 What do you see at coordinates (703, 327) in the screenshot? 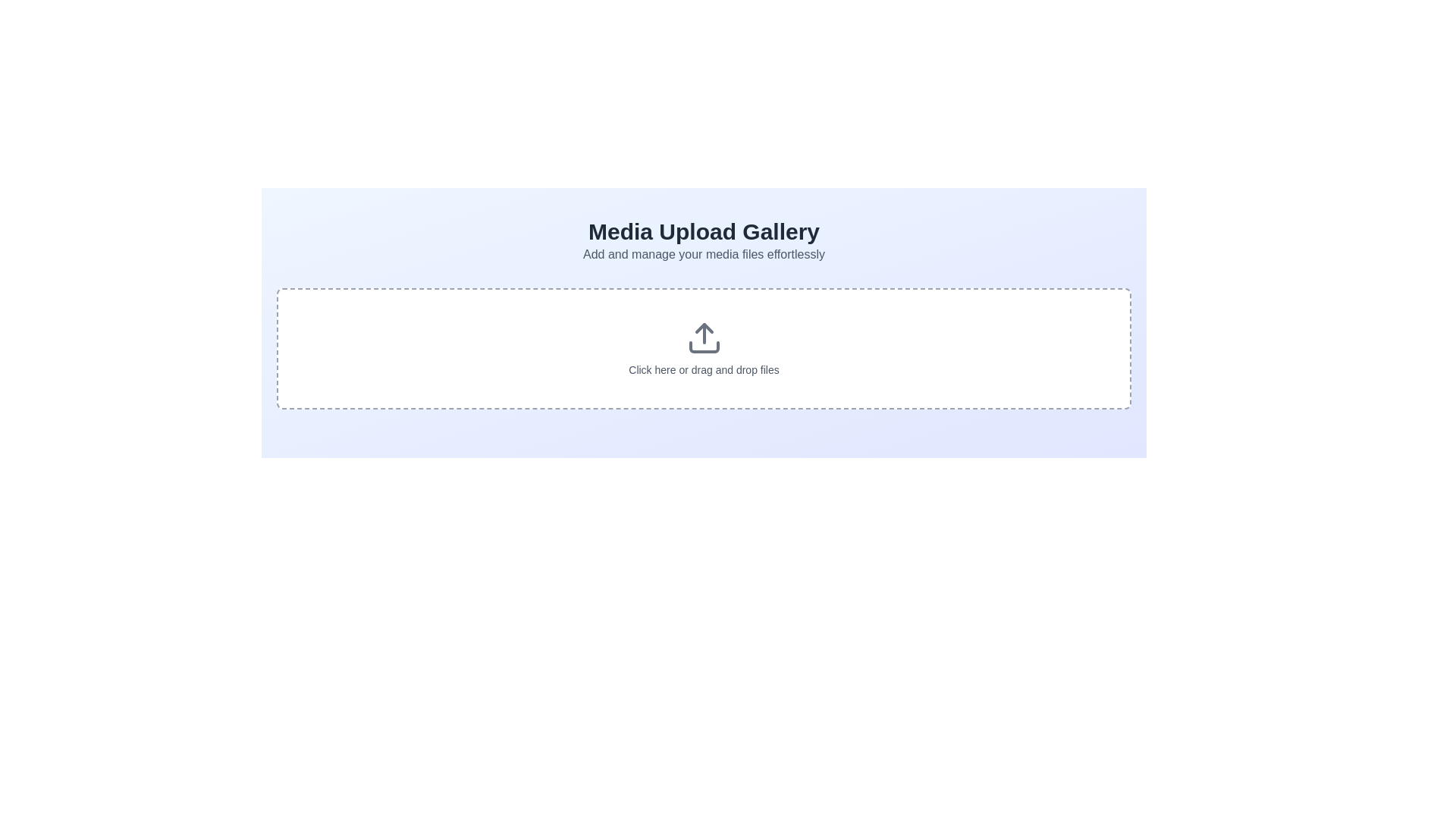
I see `the triangular arrowhead icon indicating upload functionality, which is the middle segment of the upload icon located in the outlined drag-and-drop area` at bounding box center [703, 327].